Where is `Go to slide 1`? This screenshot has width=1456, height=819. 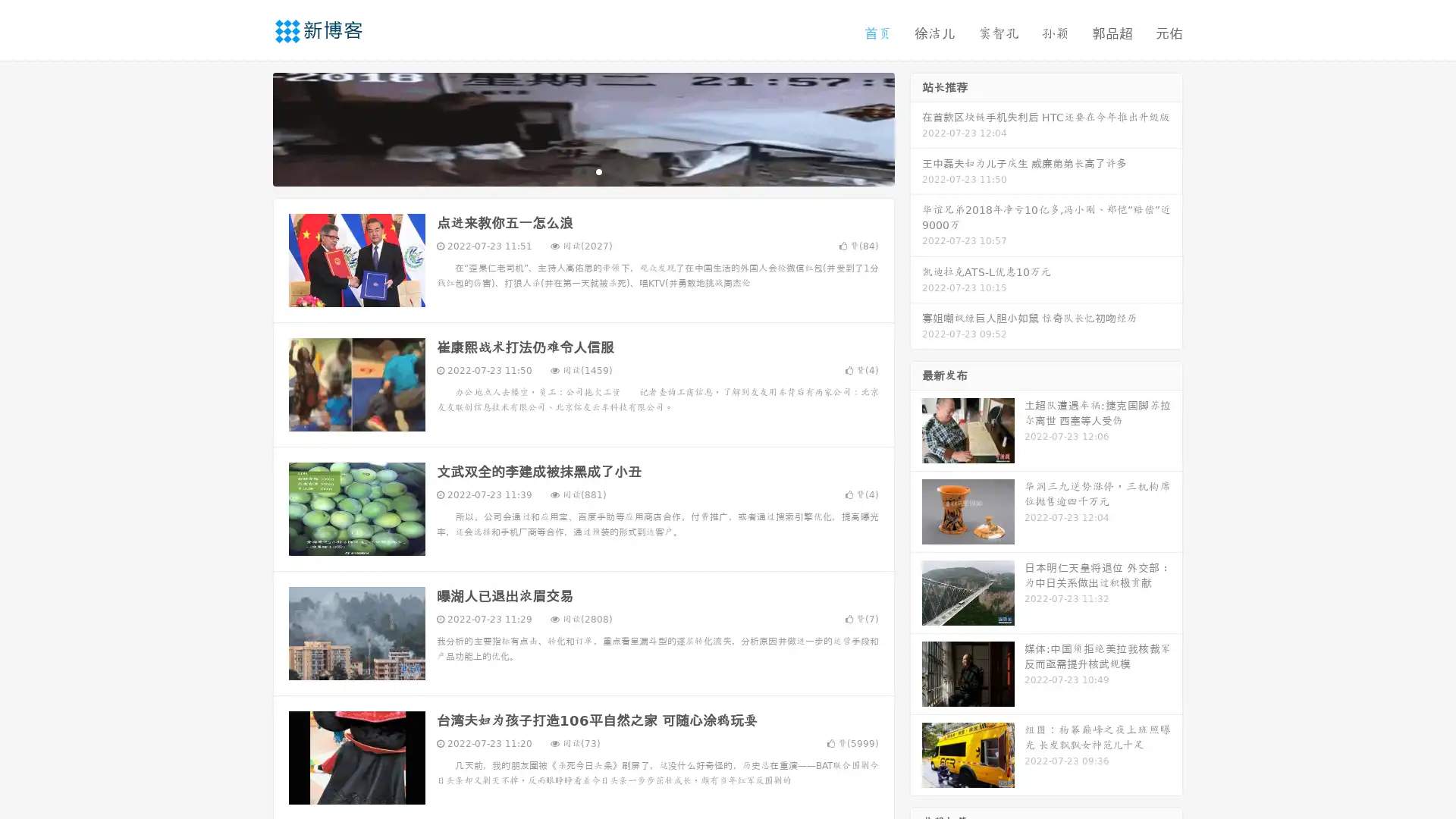
Go to slide 1 is located at coordinates (567, 171).